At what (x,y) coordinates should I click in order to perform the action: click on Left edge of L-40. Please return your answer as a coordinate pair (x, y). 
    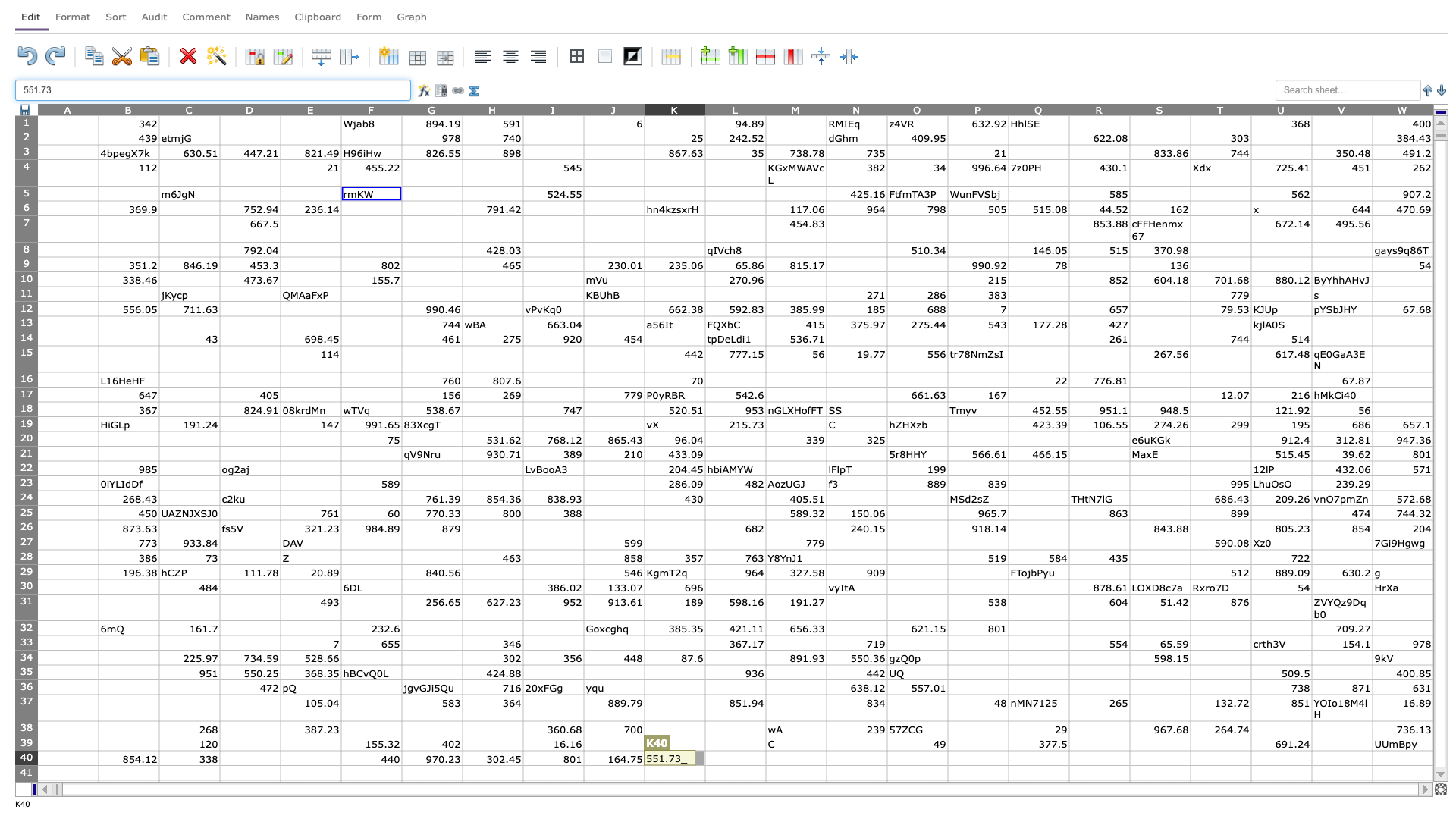
    Looking at the image, I should click on (704, 758).